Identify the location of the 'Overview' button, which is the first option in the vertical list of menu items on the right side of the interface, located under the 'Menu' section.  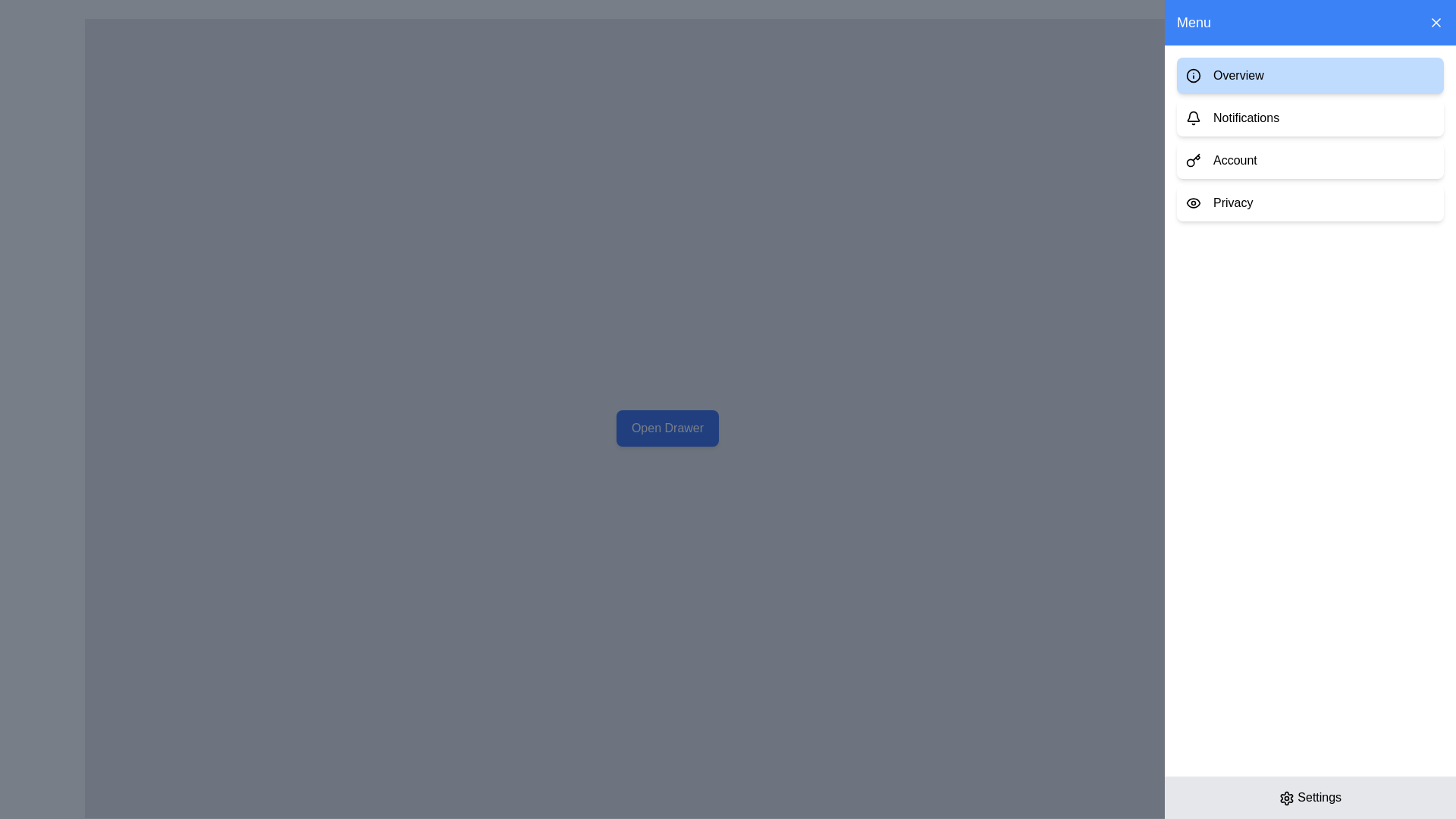
(1310, 76).